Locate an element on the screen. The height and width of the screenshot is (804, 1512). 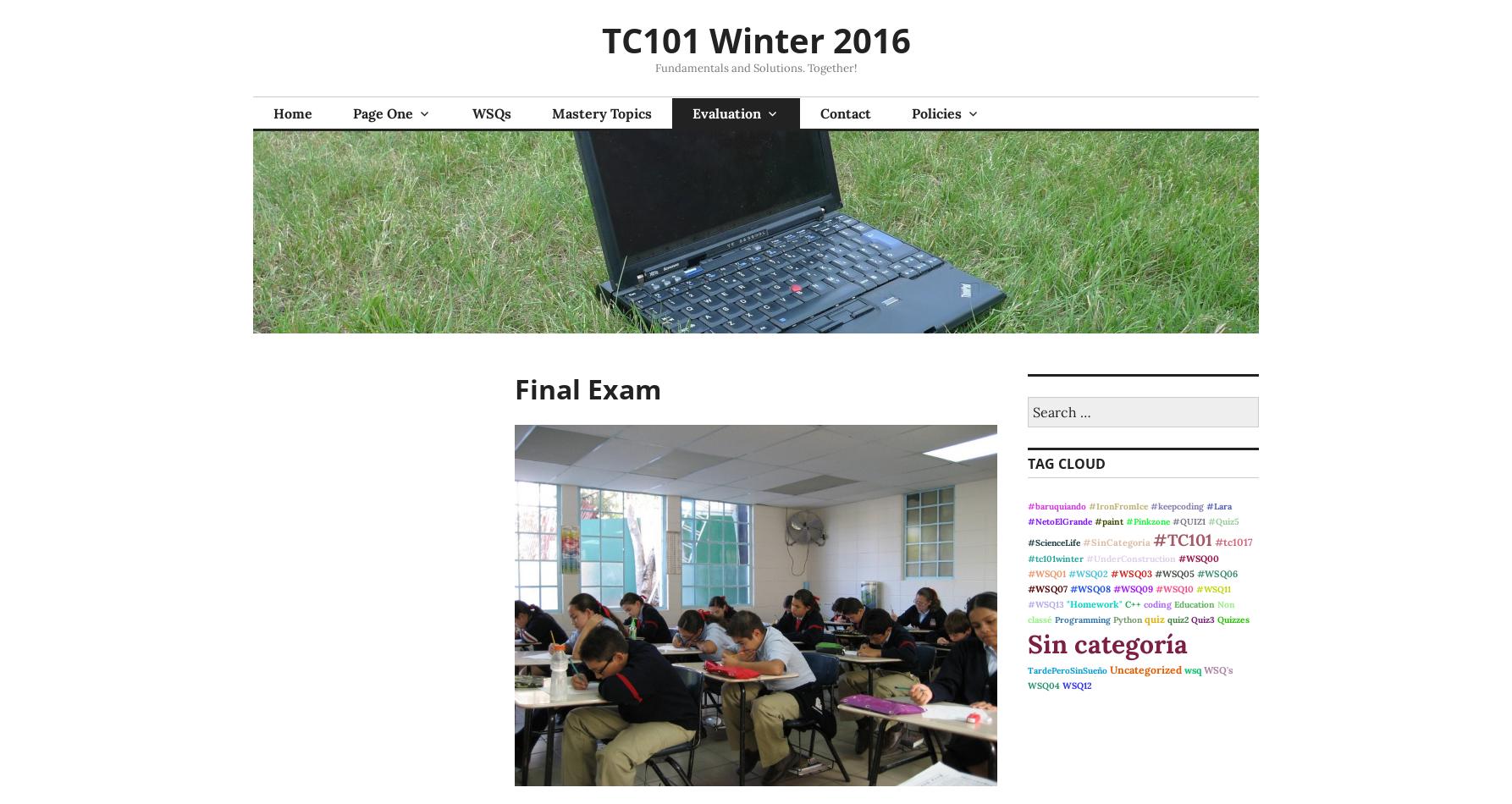
'#UnderConstruction' is located at coordinates (1130, 559).